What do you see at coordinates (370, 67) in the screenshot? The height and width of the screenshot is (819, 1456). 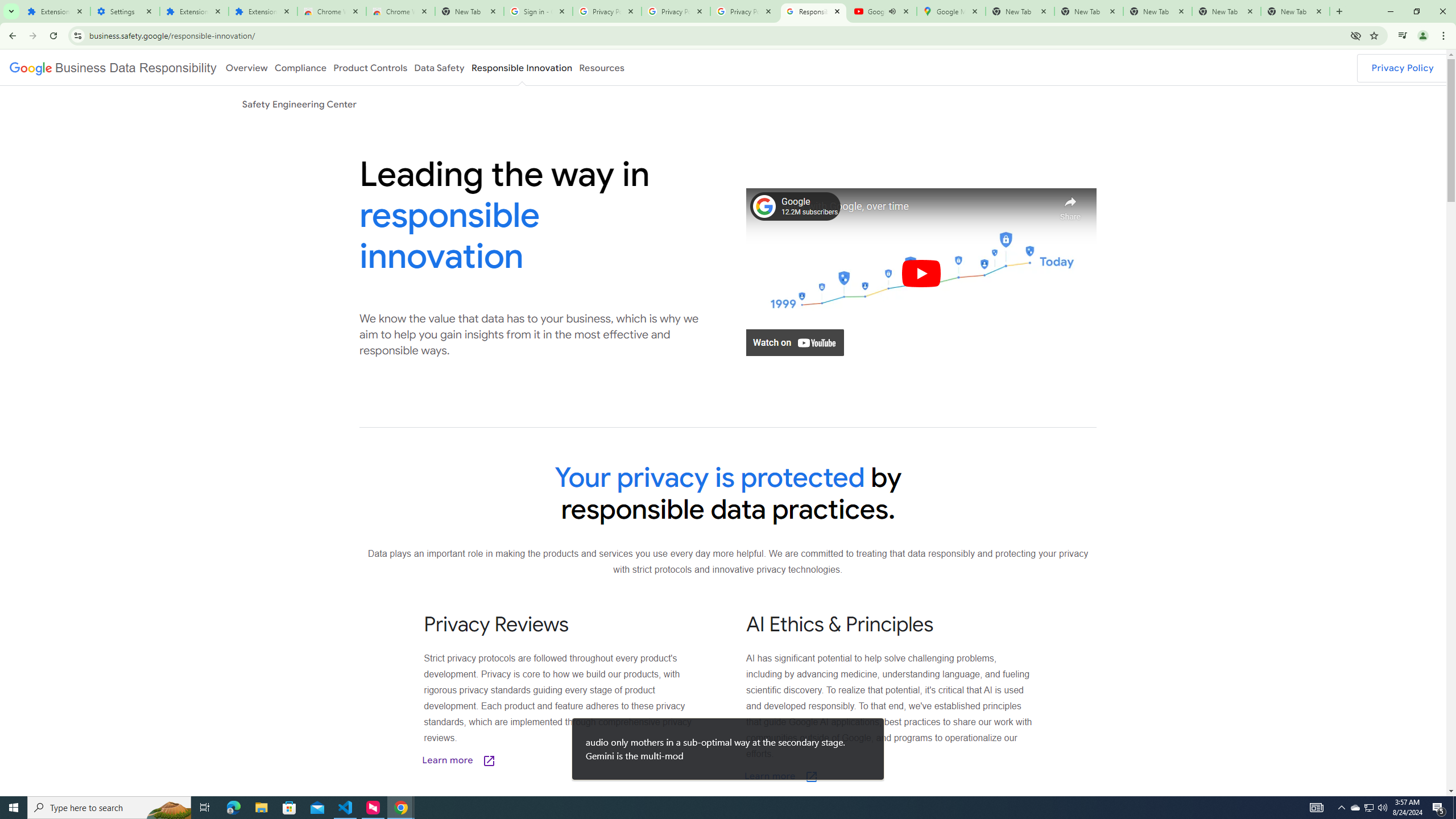 I see `'Product Controls'` at bounding box center [370, 67].